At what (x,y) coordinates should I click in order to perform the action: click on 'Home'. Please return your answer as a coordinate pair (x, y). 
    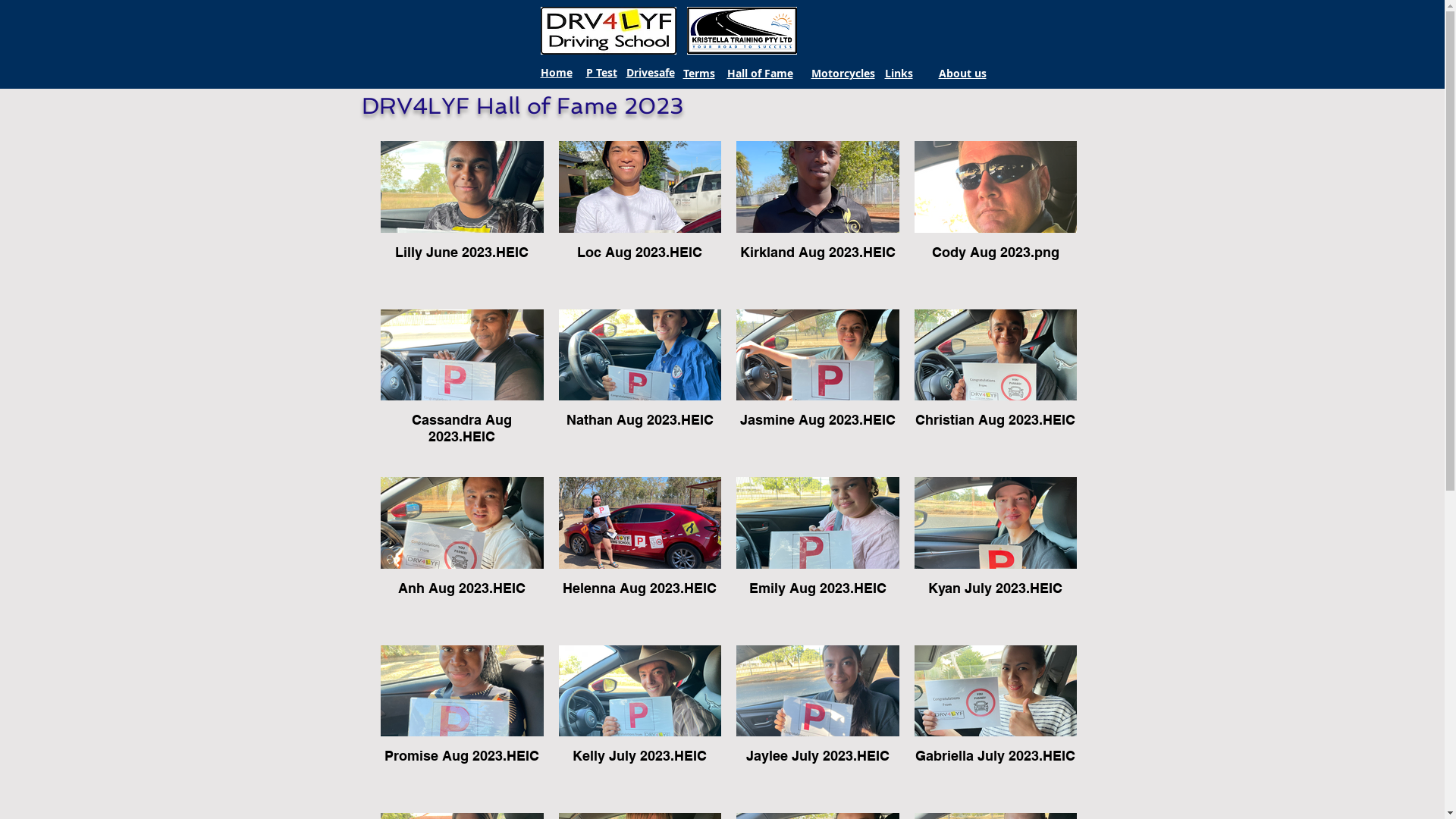
    Looking at the image, I should click on (555, 72).